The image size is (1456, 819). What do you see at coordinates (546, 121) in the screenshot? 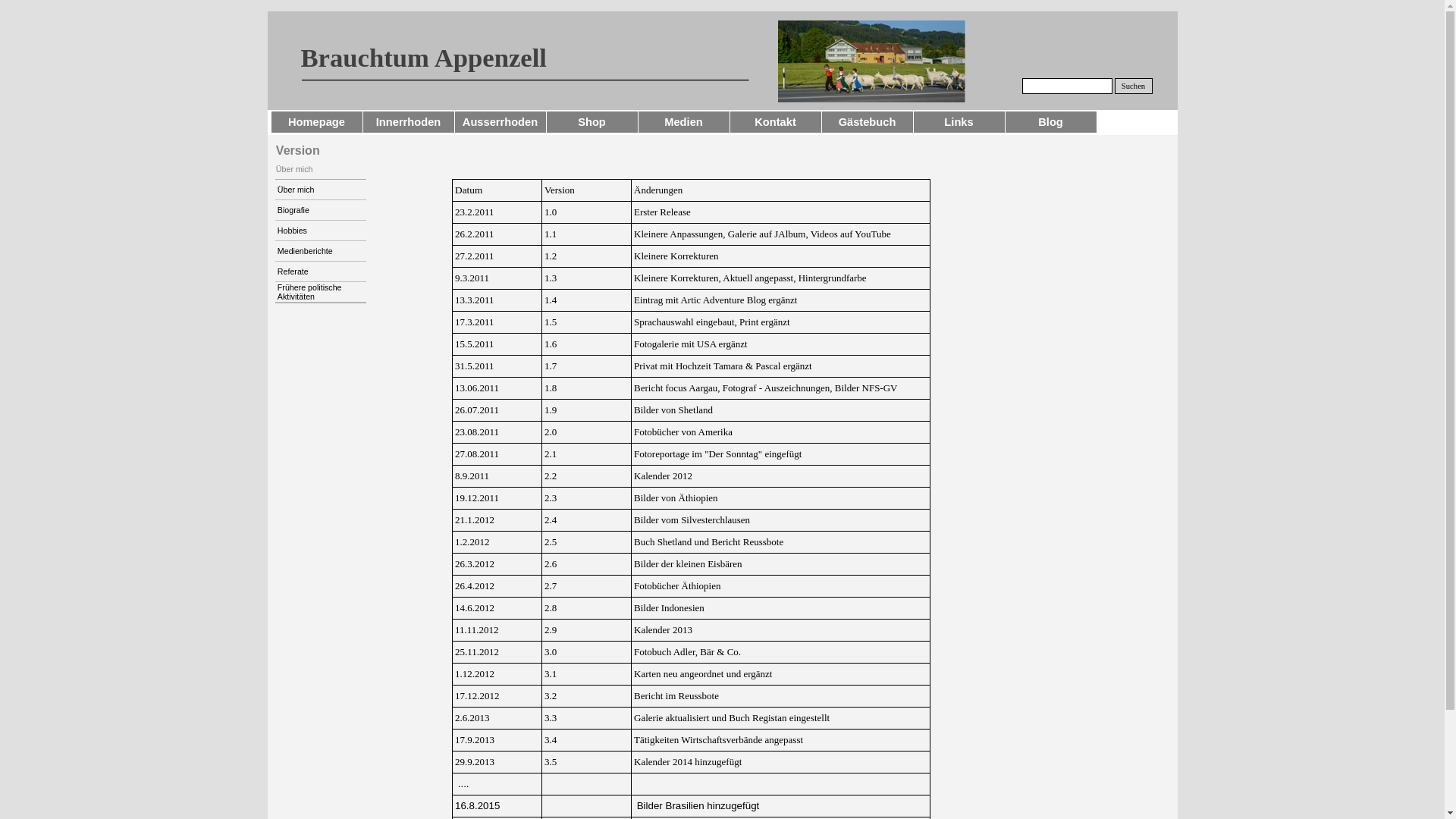
I see `'Shop'` at bounding box center [546, 121].